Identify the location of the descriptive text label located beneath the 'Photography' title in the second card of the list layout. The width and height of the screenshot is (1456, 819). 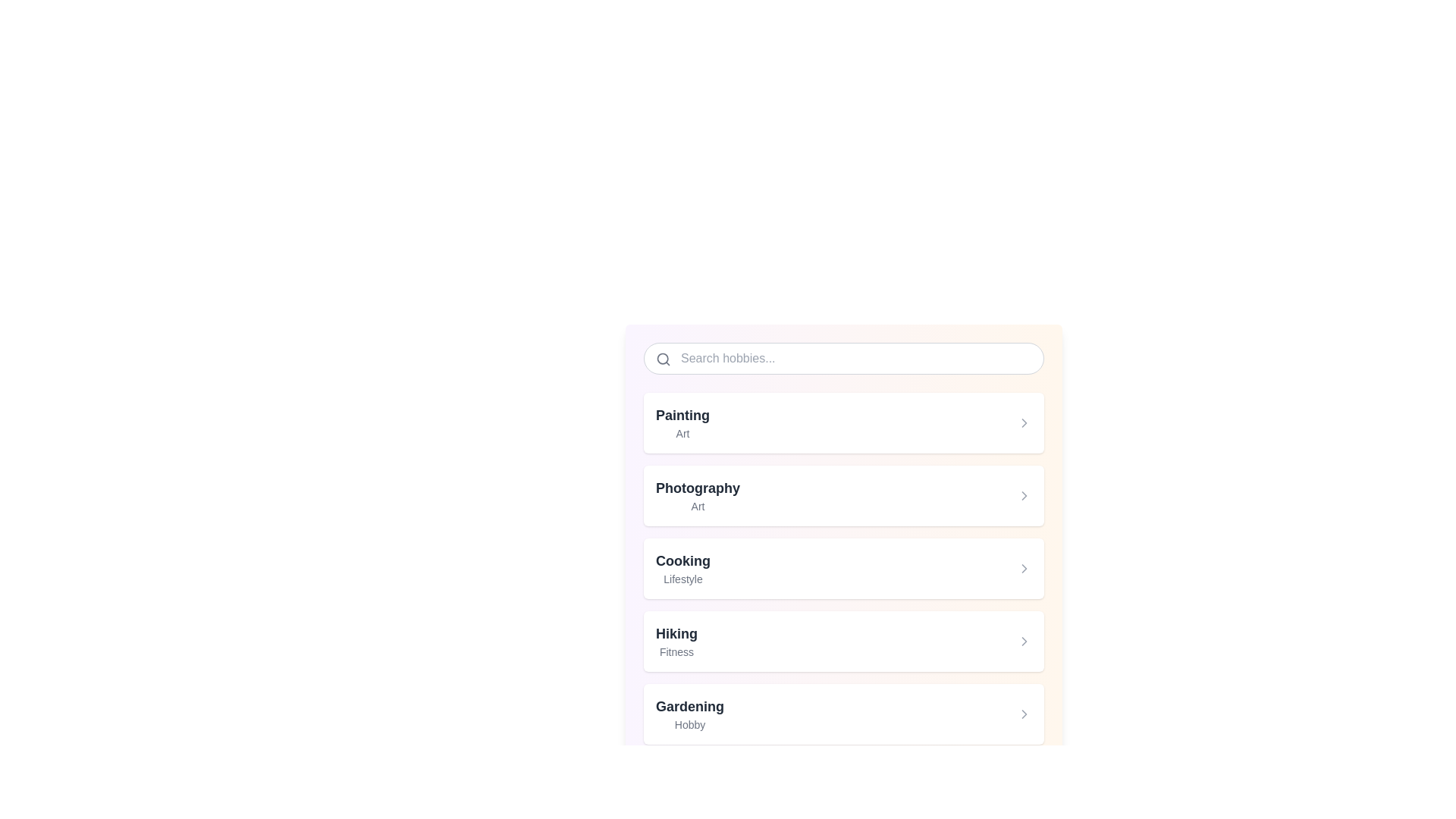
(697, 506).